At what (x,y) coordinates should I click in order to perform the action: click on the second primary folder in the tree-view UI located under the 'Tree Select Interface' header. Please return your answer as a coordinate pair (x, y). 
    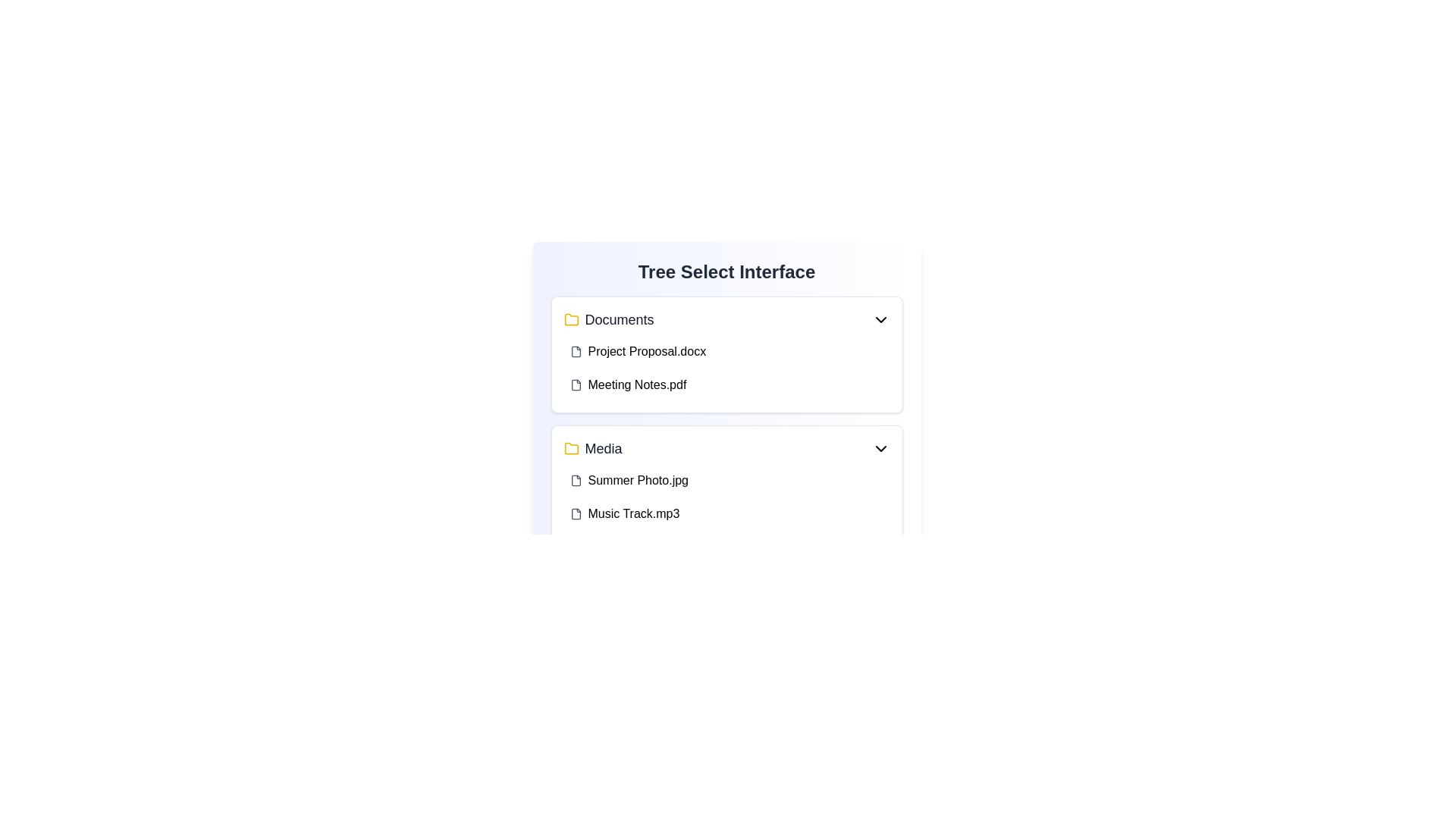
    Looking at the image, I should click on (592, 447).